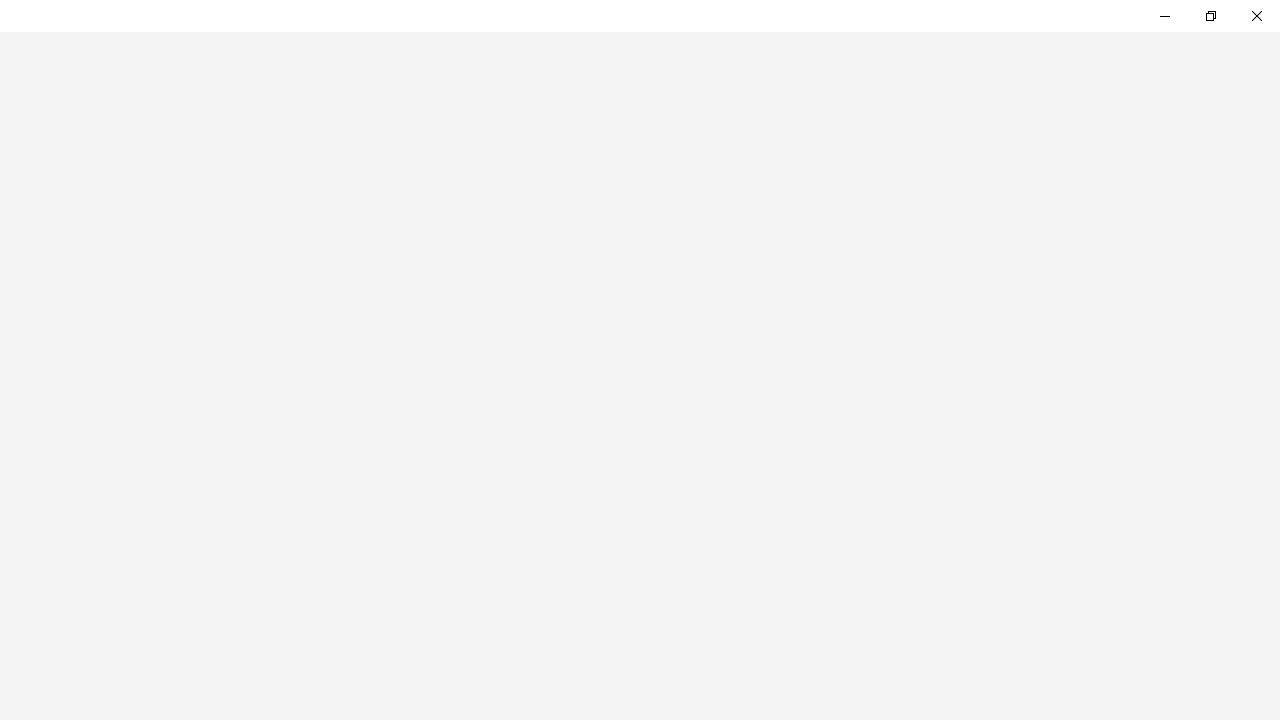 Image resolution: width=1280 pixels, height=720 pixels. I want to click on 'Restore Feedback Hub', so click(1209, 15).